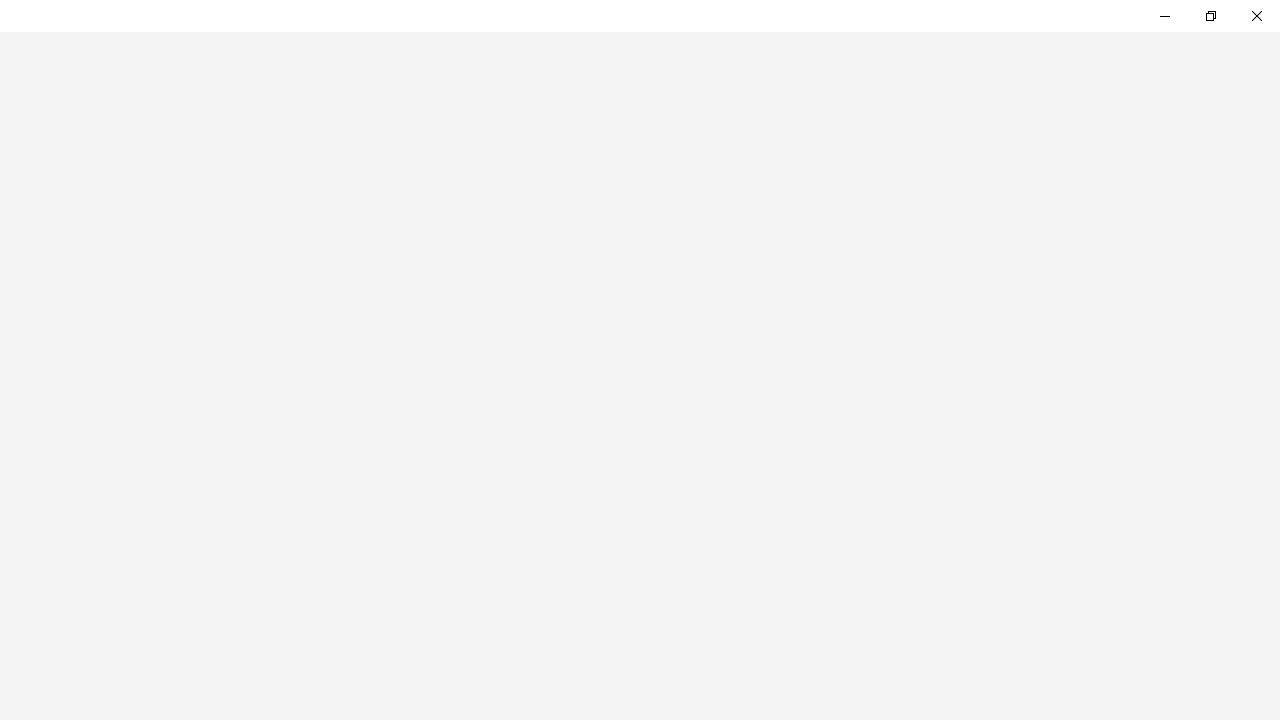 Image resolution: width=1280 pixels, height=720 pixels. I want to click on 'Restore Feedback Hub', so click(1209, 15).